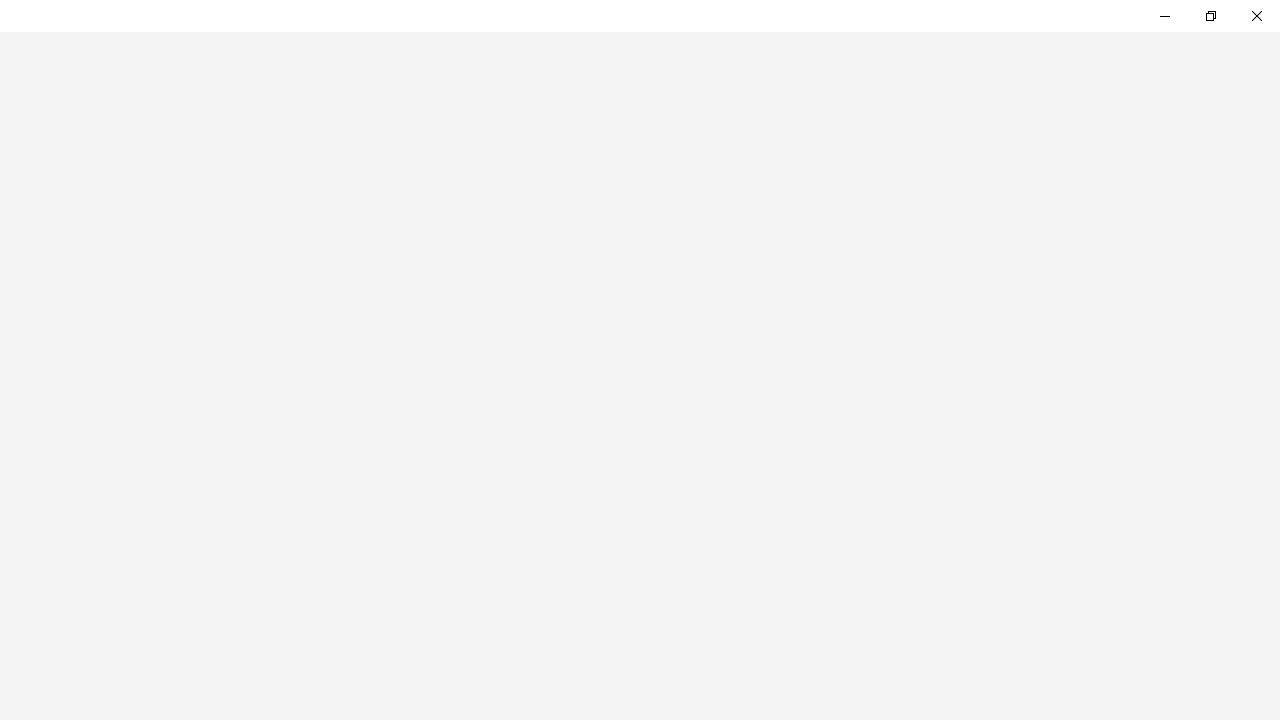 Image resolution: width=1280 pixels, height=720 pixels. I want to click on 'Restore Feedback Hub', so click(1209, 15).